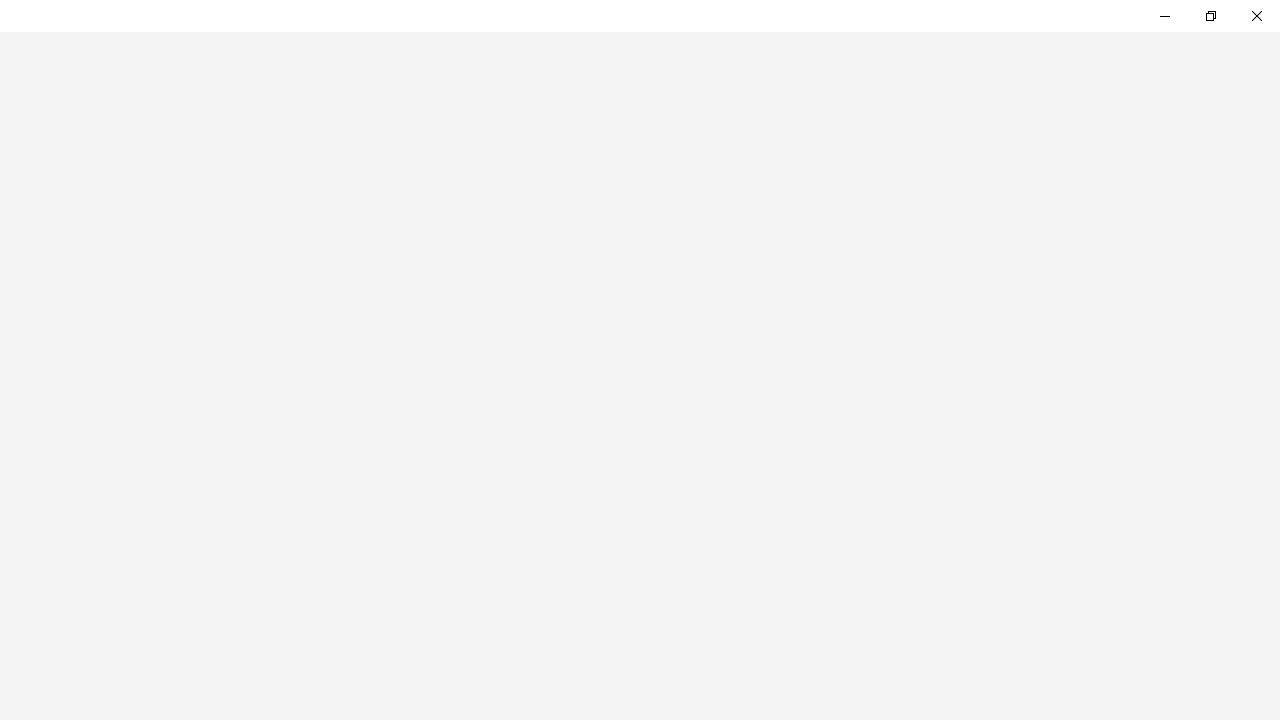 Image resolution: width=1280 pixels, height=720 pixels. I want to click on 'Restore Feedback Hub', so click(1209, 15).